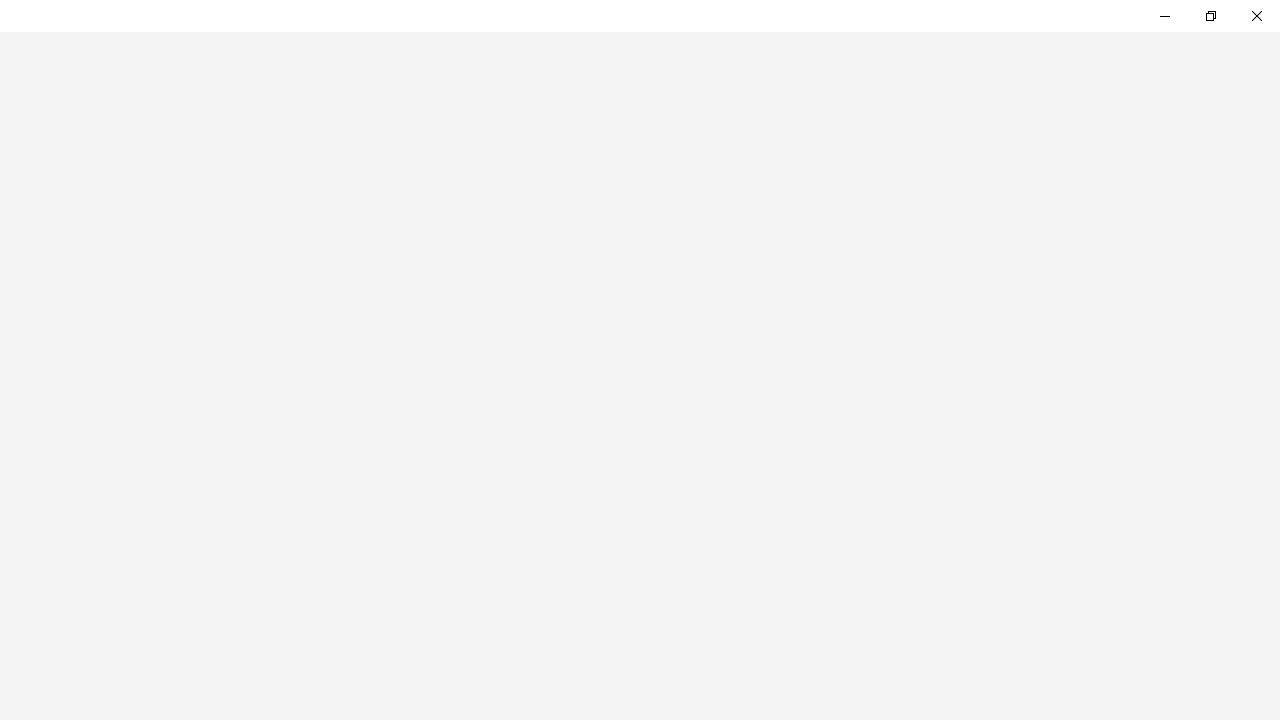 Image resolution: width=1280 pixels, height=720 pixels. I want to click on 'Restore Feedback Hub', so click(1209, 15).